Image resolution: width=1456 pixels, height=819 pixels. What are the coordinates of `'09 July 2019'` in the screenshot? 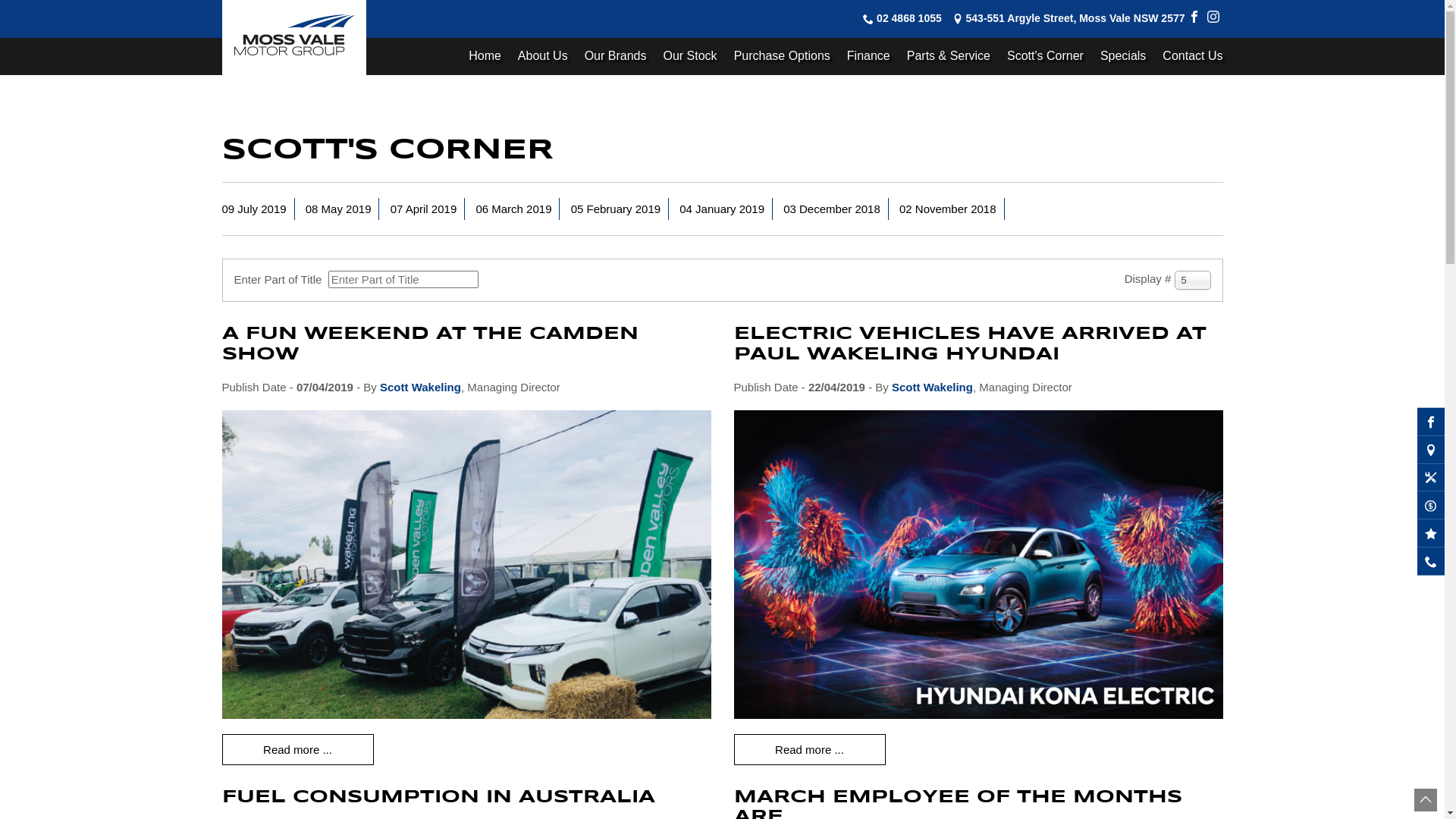 It's located at (253, 209).